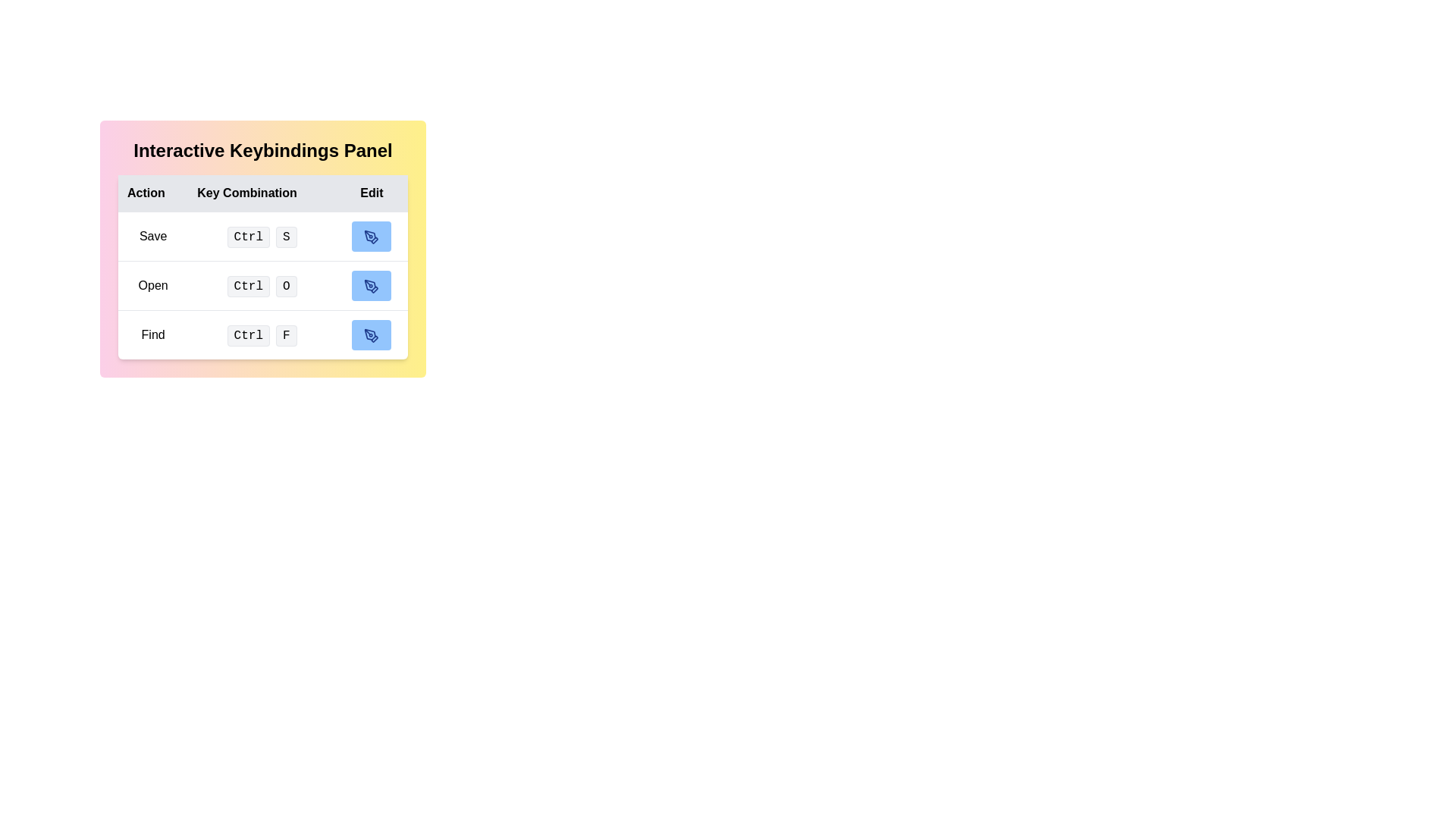  Describe the element at coordinates (248, 334) in the screenshot. I see `the 'Ctrl' modifier key label in the Key Combination column of the third row labeled 'Find' in the table layout` at that location.